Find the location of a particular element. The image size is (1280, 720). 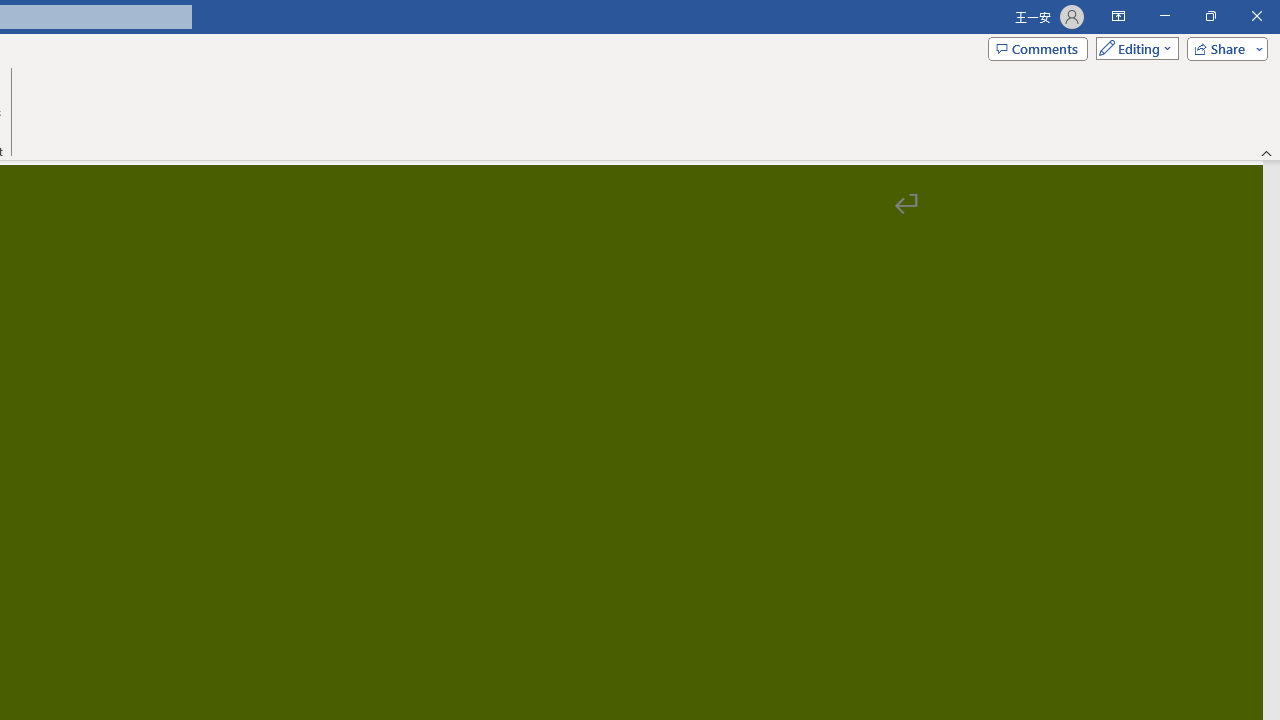

'Comments' is located at coordinates (1038, 47).